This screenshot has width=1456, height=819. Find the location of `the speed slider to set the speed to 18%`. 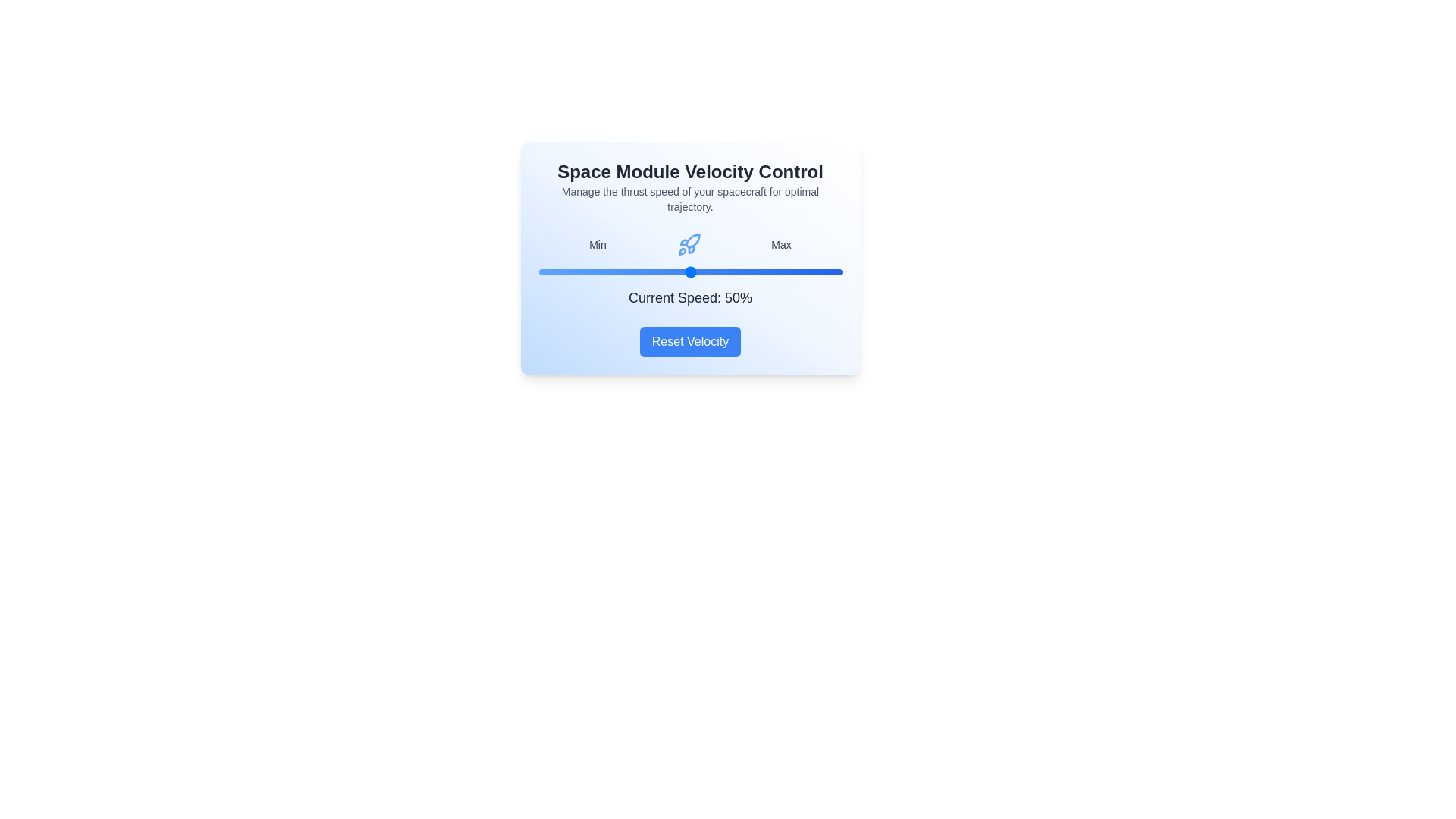

the speed slider to set the speed to 18% is located at coordinates (592, 271).